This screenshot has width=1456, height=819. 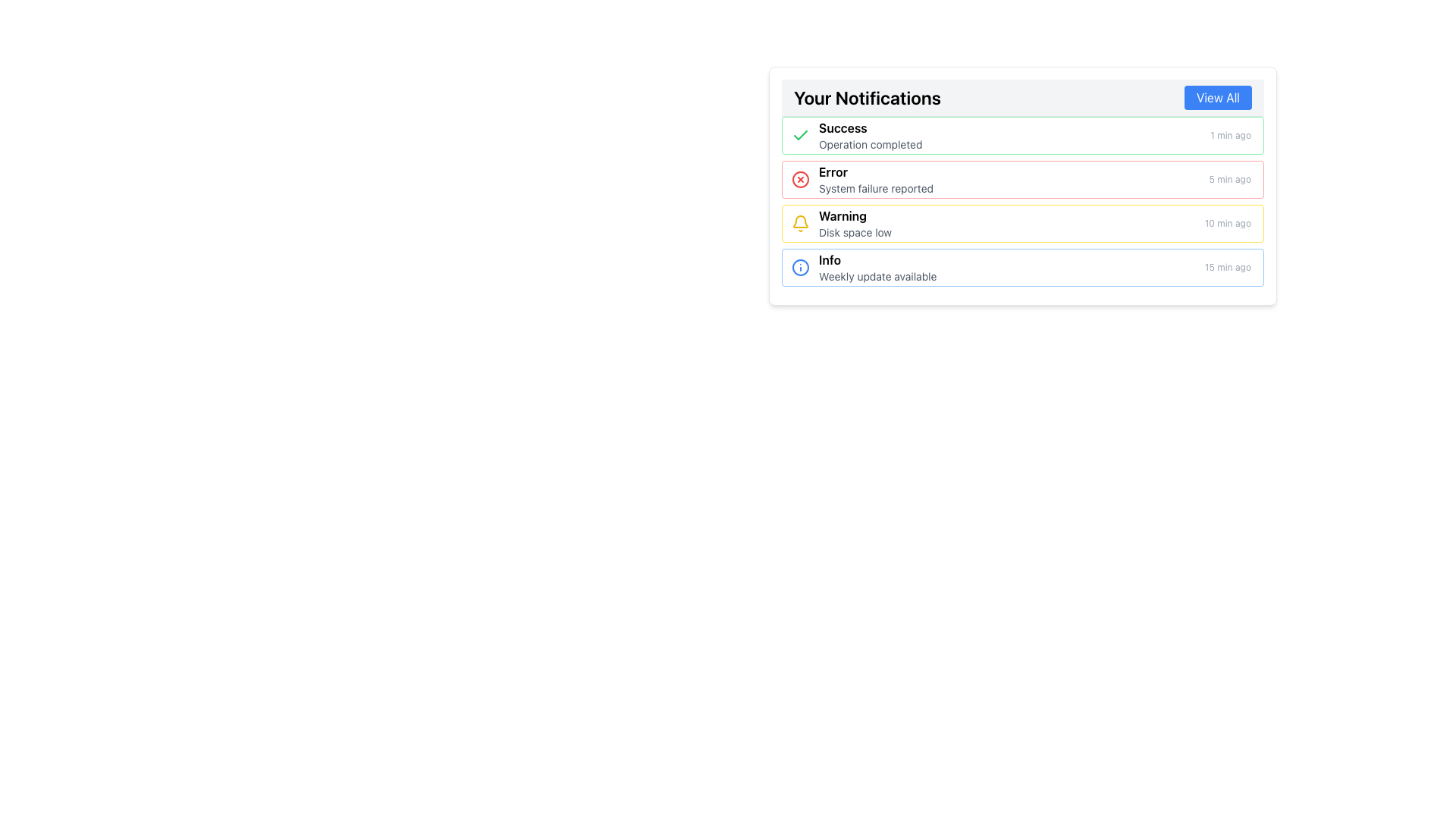 What do you see at coordinates (800, 134) in the screenshot?
I see `the green checkmark icon located next to the 'Success' label in the notification listing` at bounding box center [800, 134].